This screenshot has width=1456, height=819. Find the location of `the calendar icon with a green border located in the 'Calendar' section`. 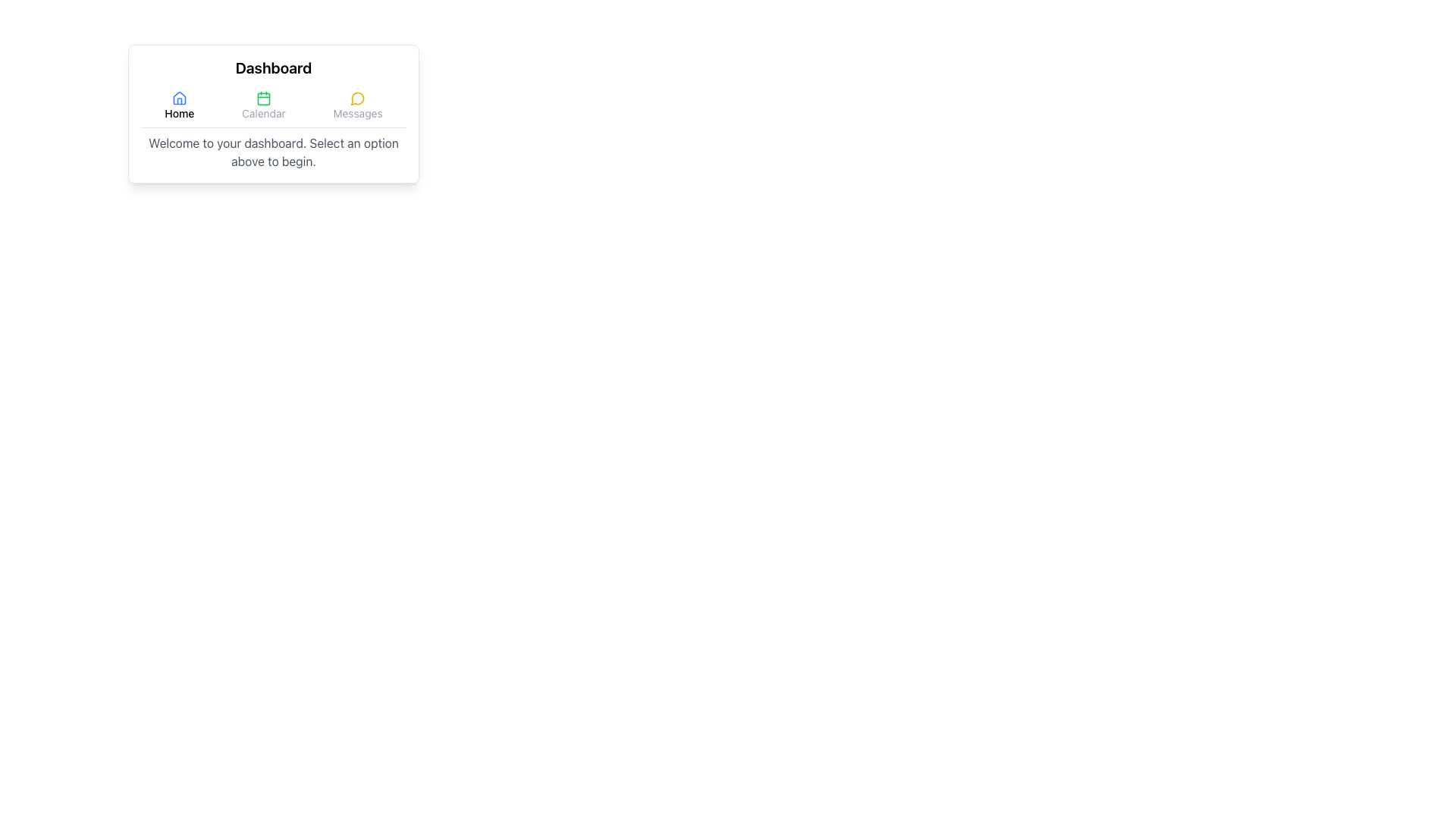

the calendar icon with a green border located in the 'Calendar' section is located at coordinates (263, 99).